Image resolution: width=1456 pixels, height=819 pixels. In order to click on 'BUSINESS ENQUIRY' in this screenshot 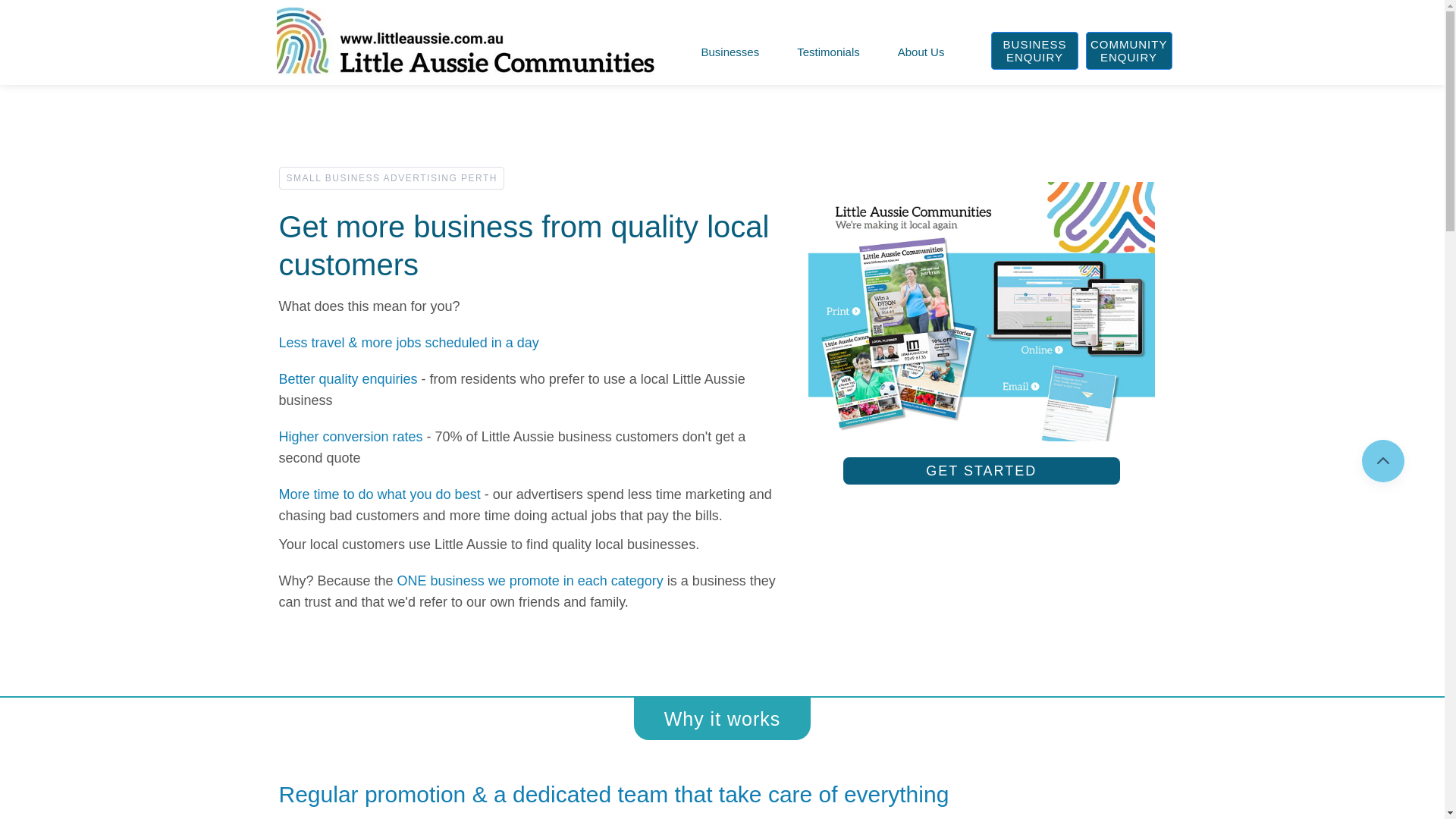, I will do `click(1033, 49)`.